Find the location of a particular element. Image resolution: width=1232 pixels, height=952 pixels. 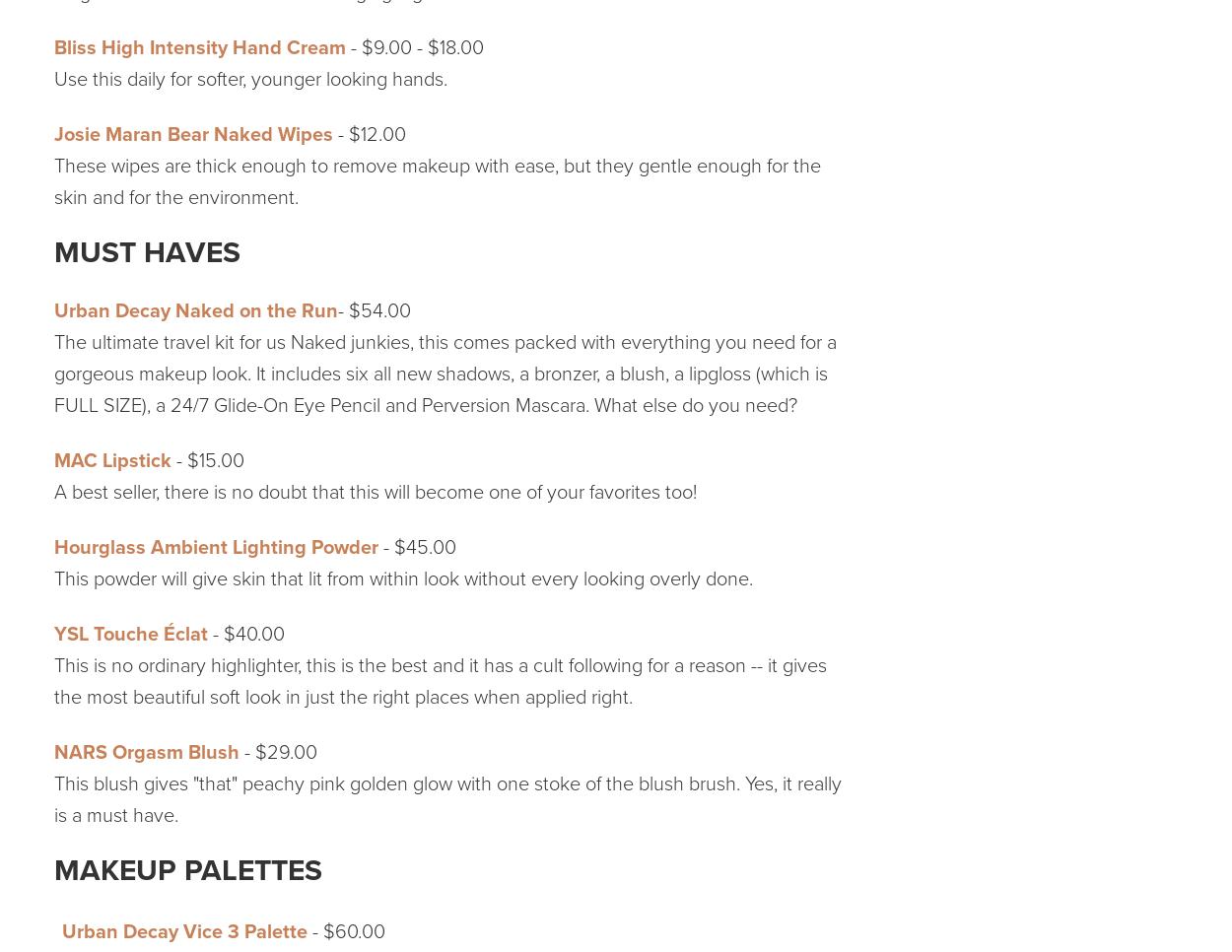

'This  is no ordinary highlighter, this is the best and it has a cult  following for a reason -- it gives the most beautiful soft look in just  the right places when applied right.' is located at coordinates (439, 680).